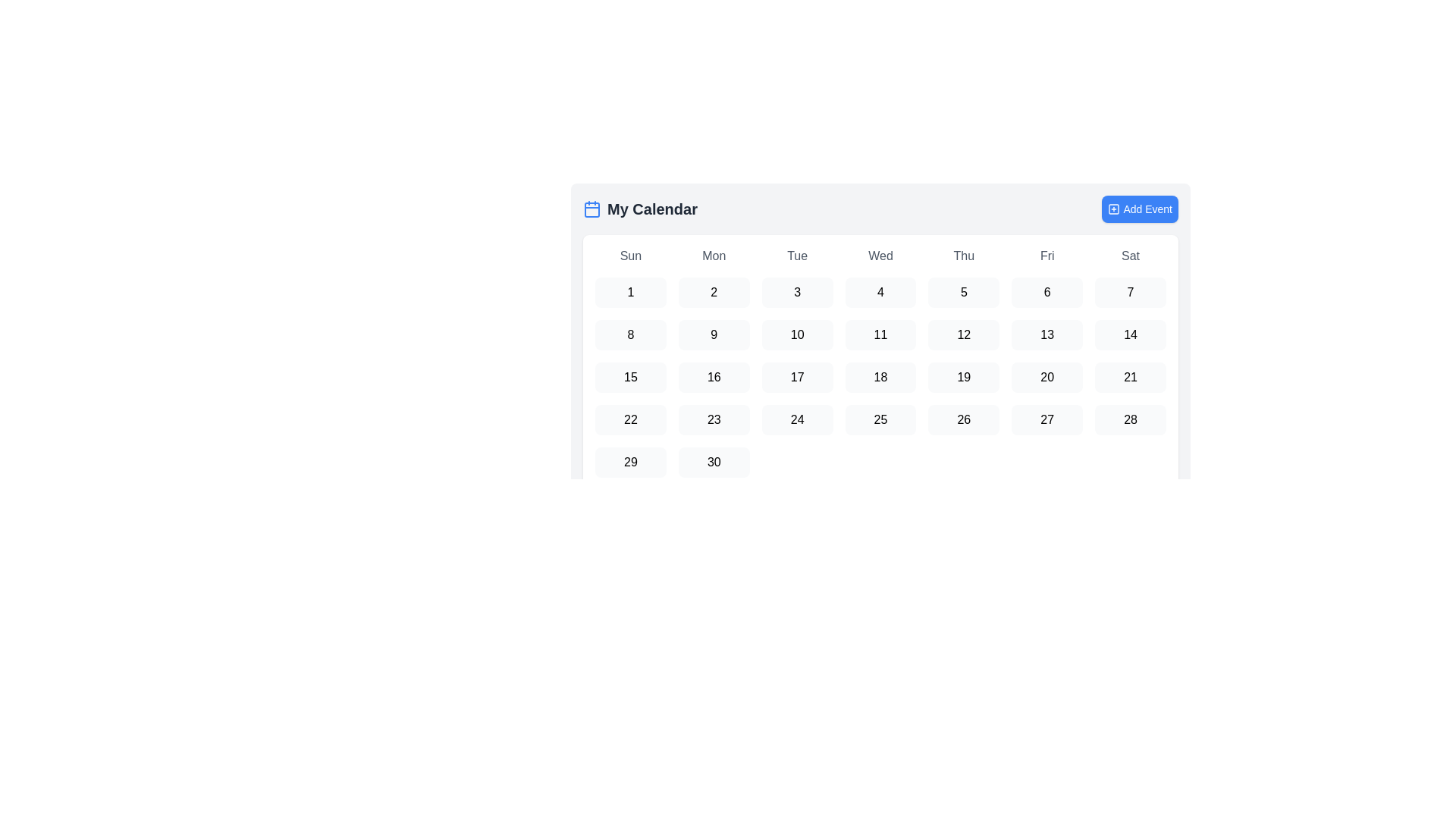 Image resolution: width=1456 pixels, height=819 pixels. What do you see at coordinates (796, 334) in the screenshot?
I see `the date cell representing the 10th day of the month in the calendar grid titled 'My Calendar', located in the third column of the second row under the 'Tue' column header` at bounding box center [796, 334].